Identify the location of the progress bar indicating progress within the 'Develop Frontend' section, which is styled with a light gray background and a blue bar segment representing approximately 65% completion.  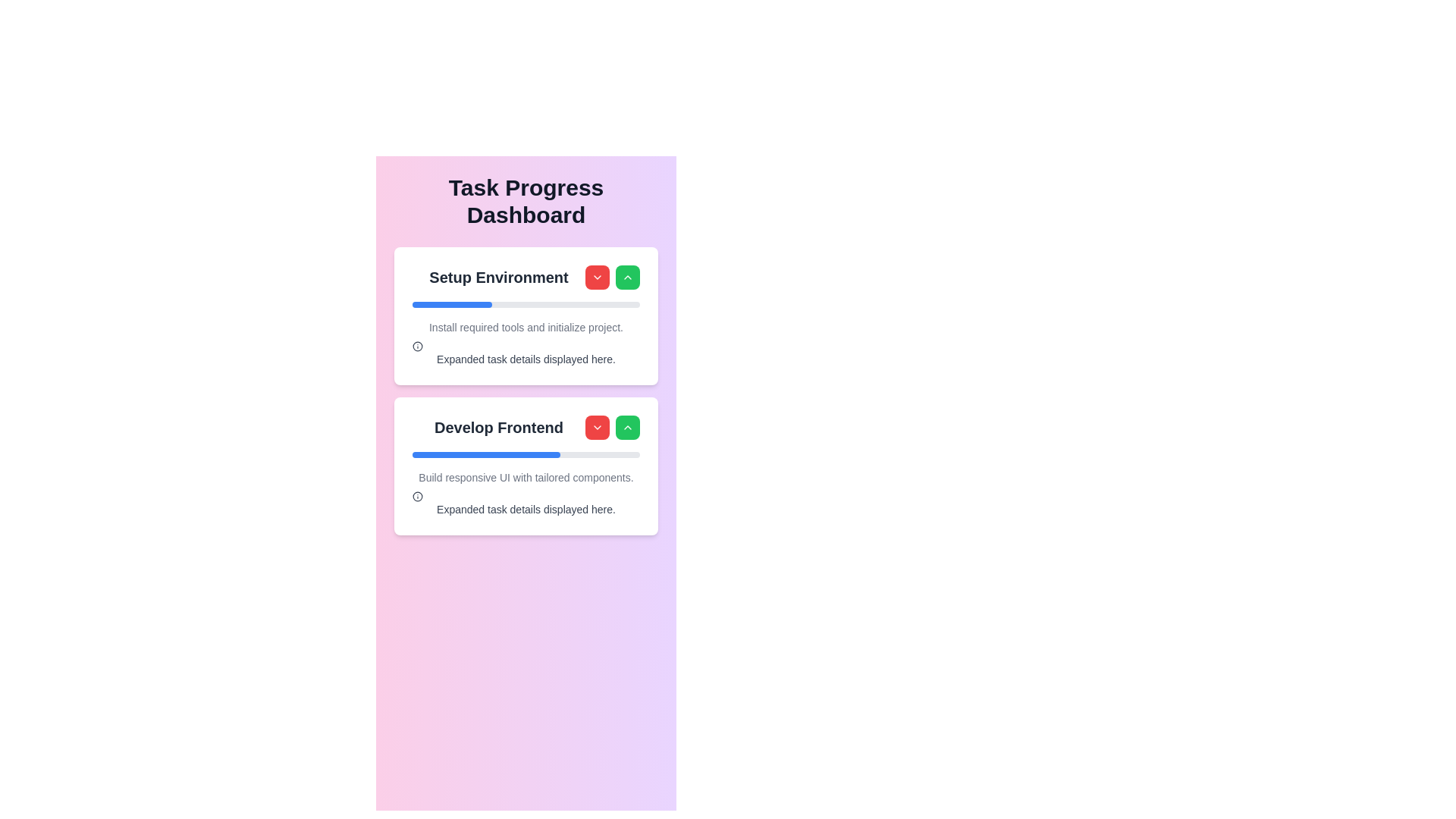
(526, 454).